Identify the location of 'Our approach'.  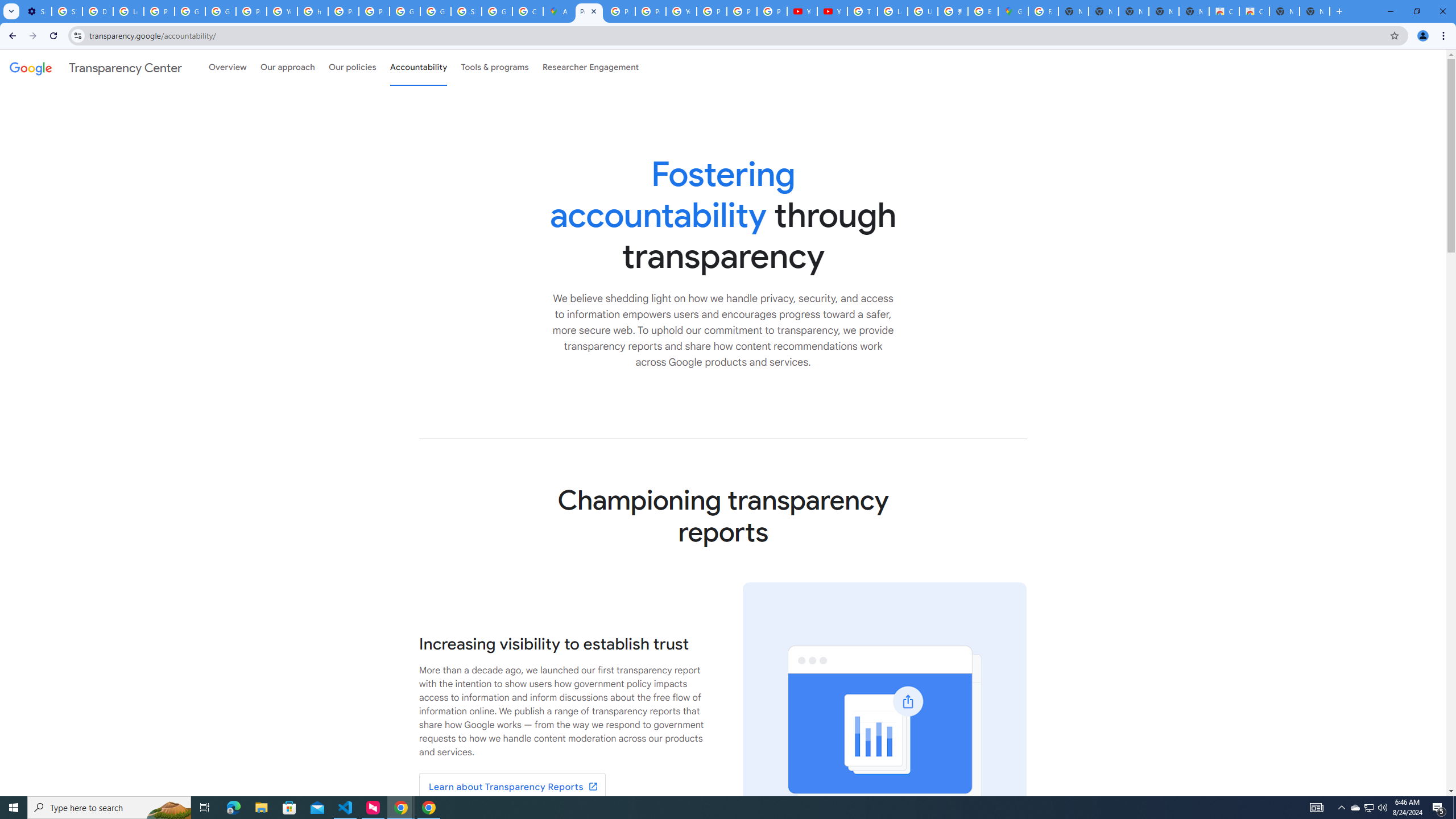
(287, 67).